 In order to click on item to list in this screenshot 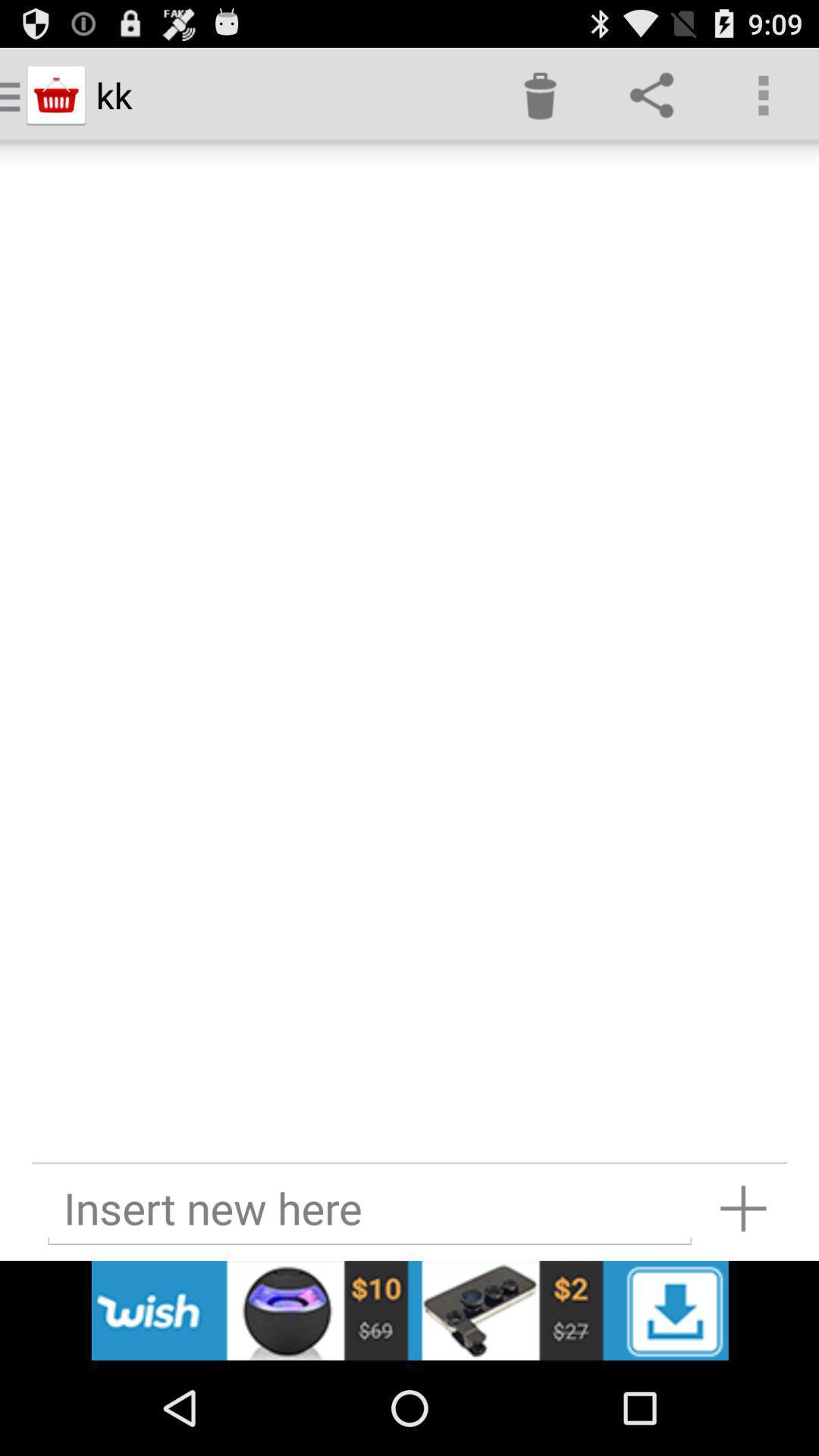, I will do `click(742, 1207)`.